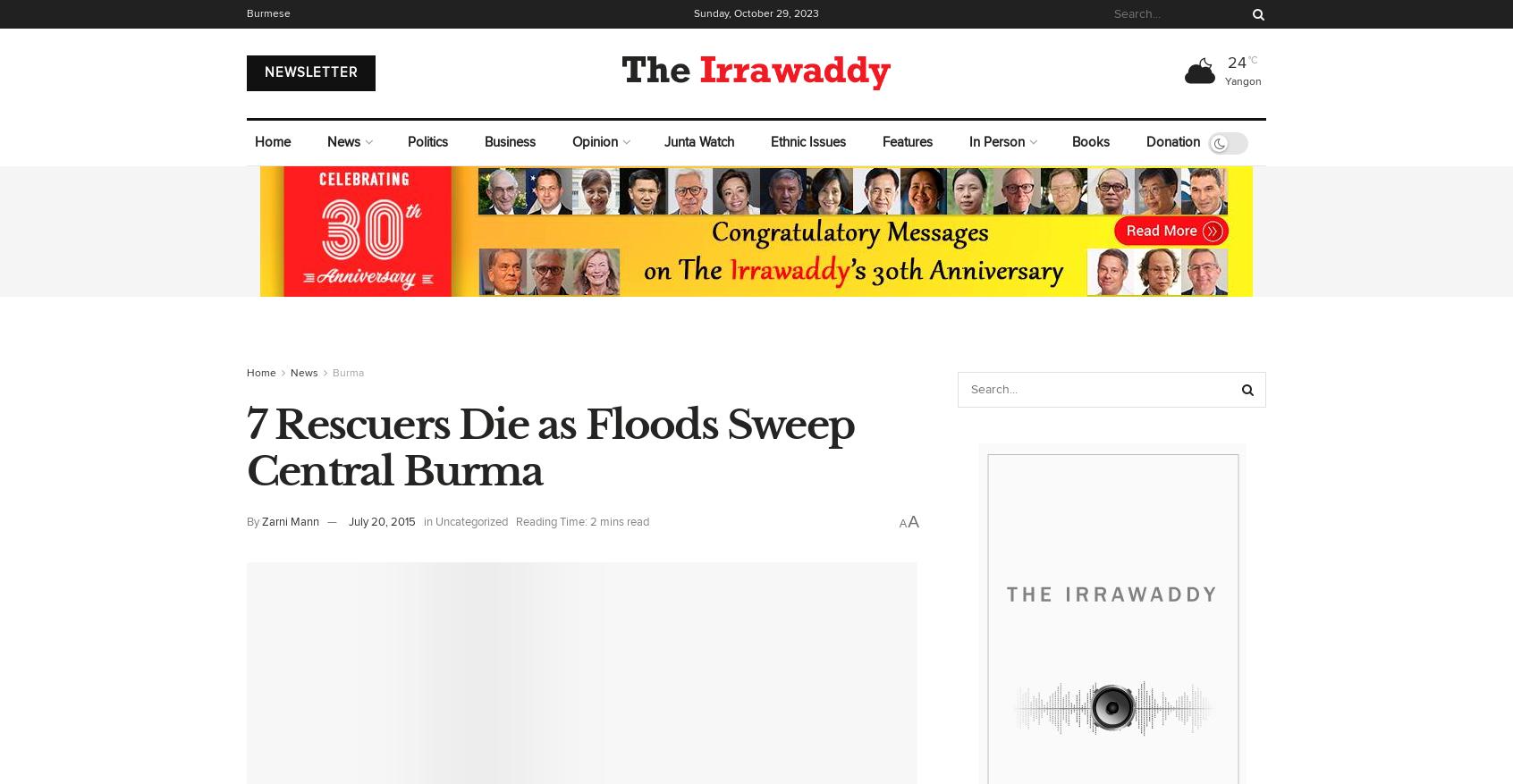  I want to click on 'Business', so click(508, 142).